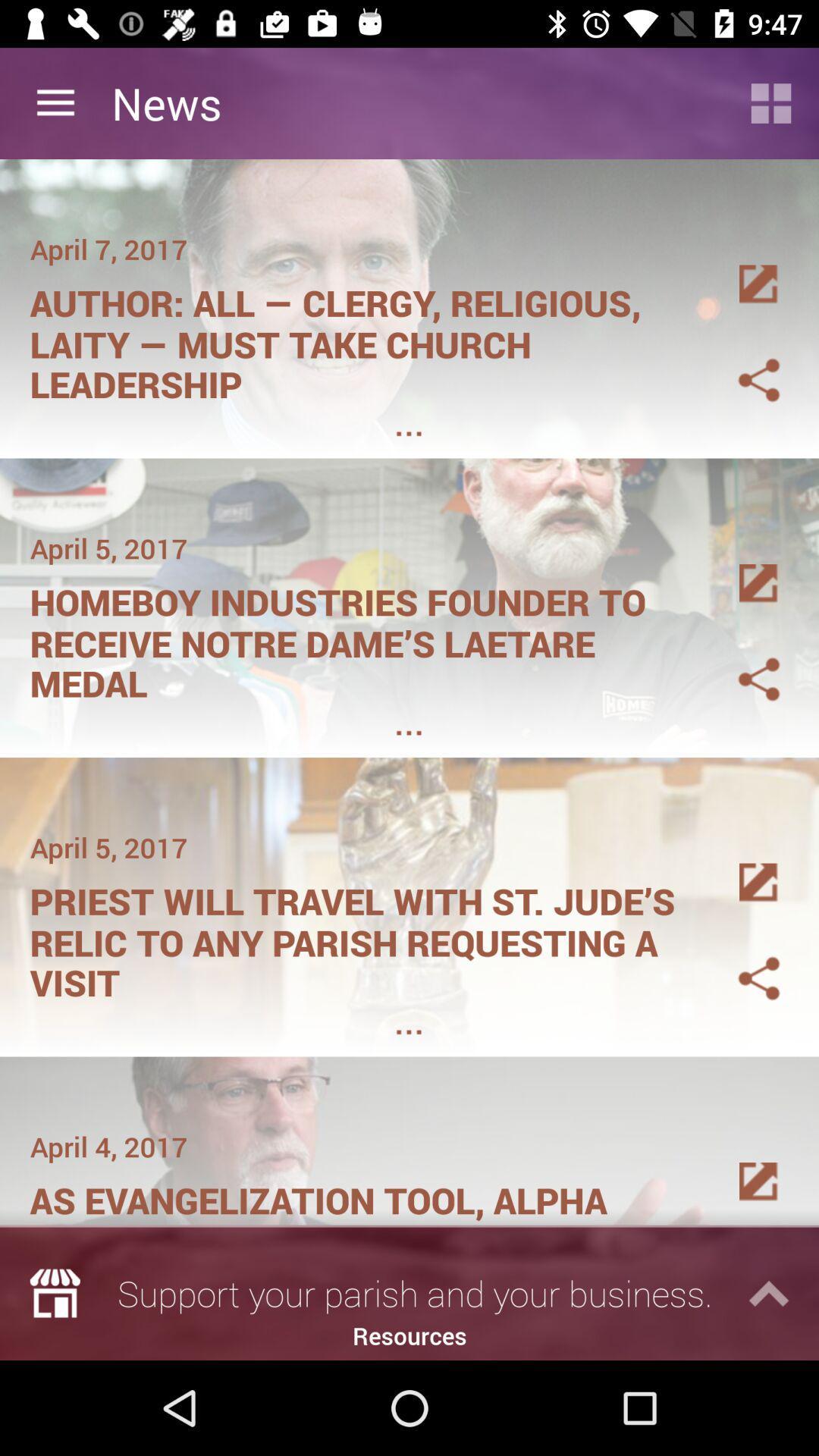 The image size is (819, 1456). I want to click on share the article, so click(740, 959).